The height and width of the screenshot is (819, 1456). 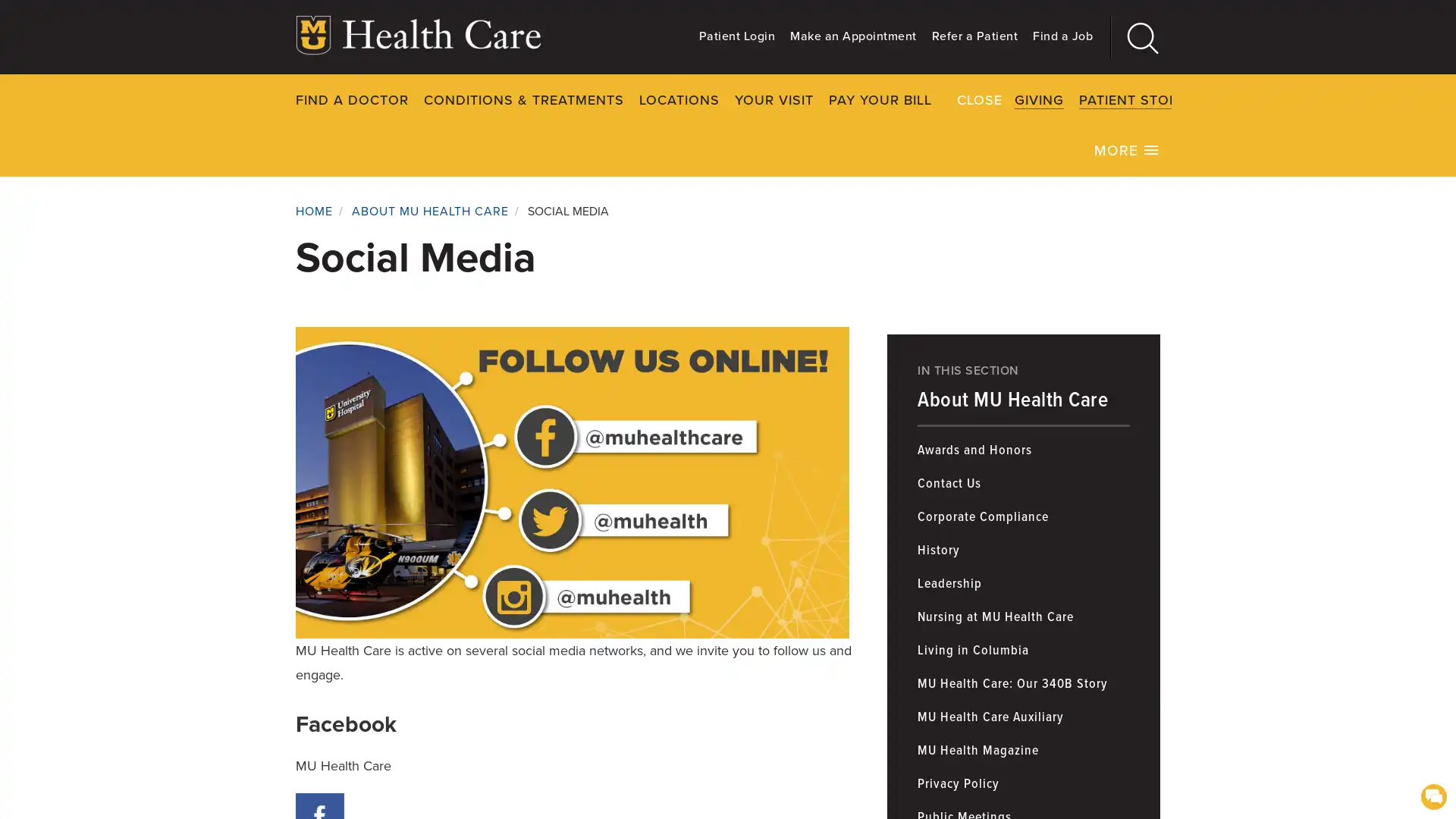 I want to click on CLOSE, so click(x=1205, y=99).